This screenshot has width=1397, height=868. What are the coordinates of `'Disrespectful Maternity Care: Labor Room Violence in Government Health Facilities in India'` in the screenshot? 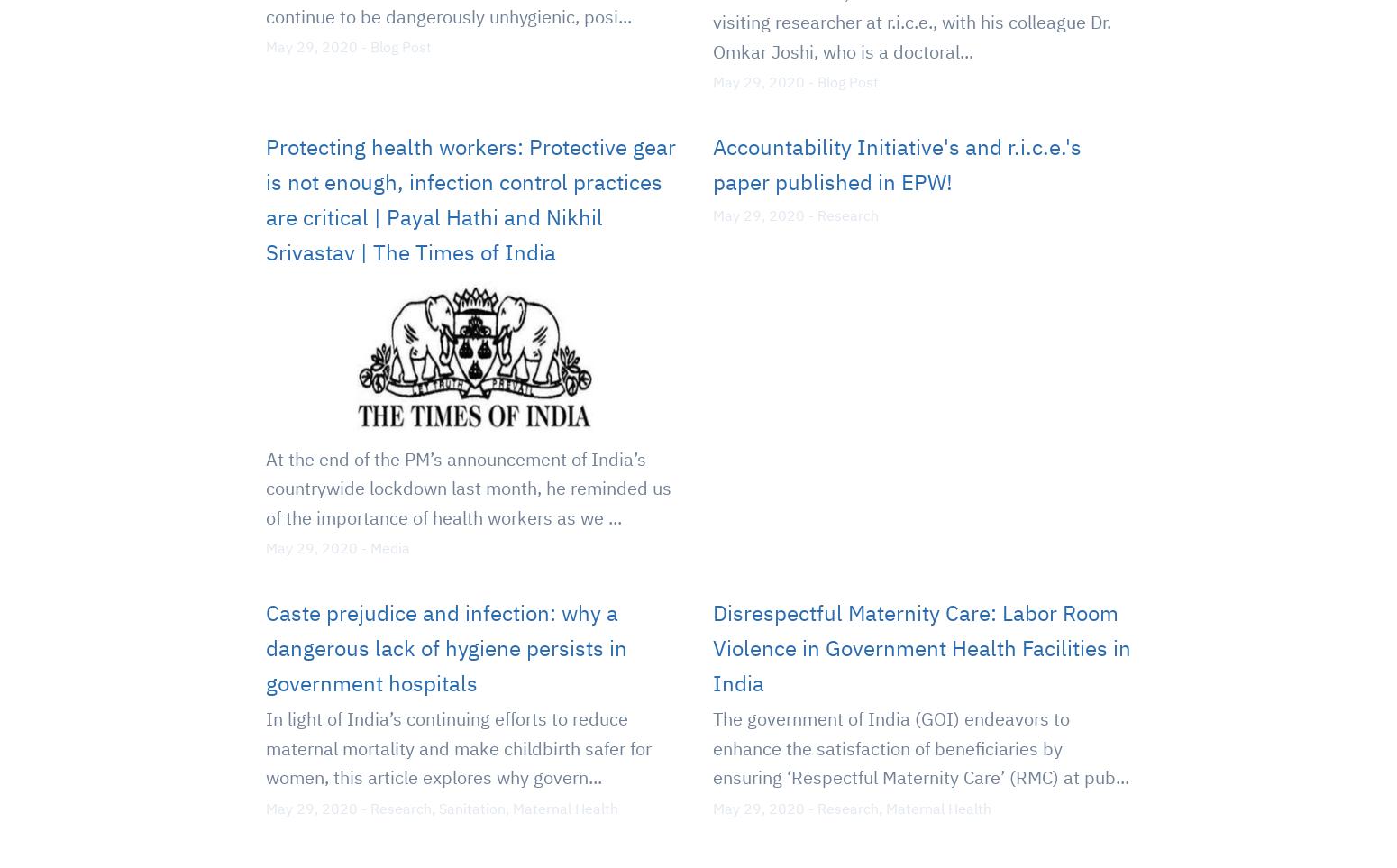 It's located at (922, 646).